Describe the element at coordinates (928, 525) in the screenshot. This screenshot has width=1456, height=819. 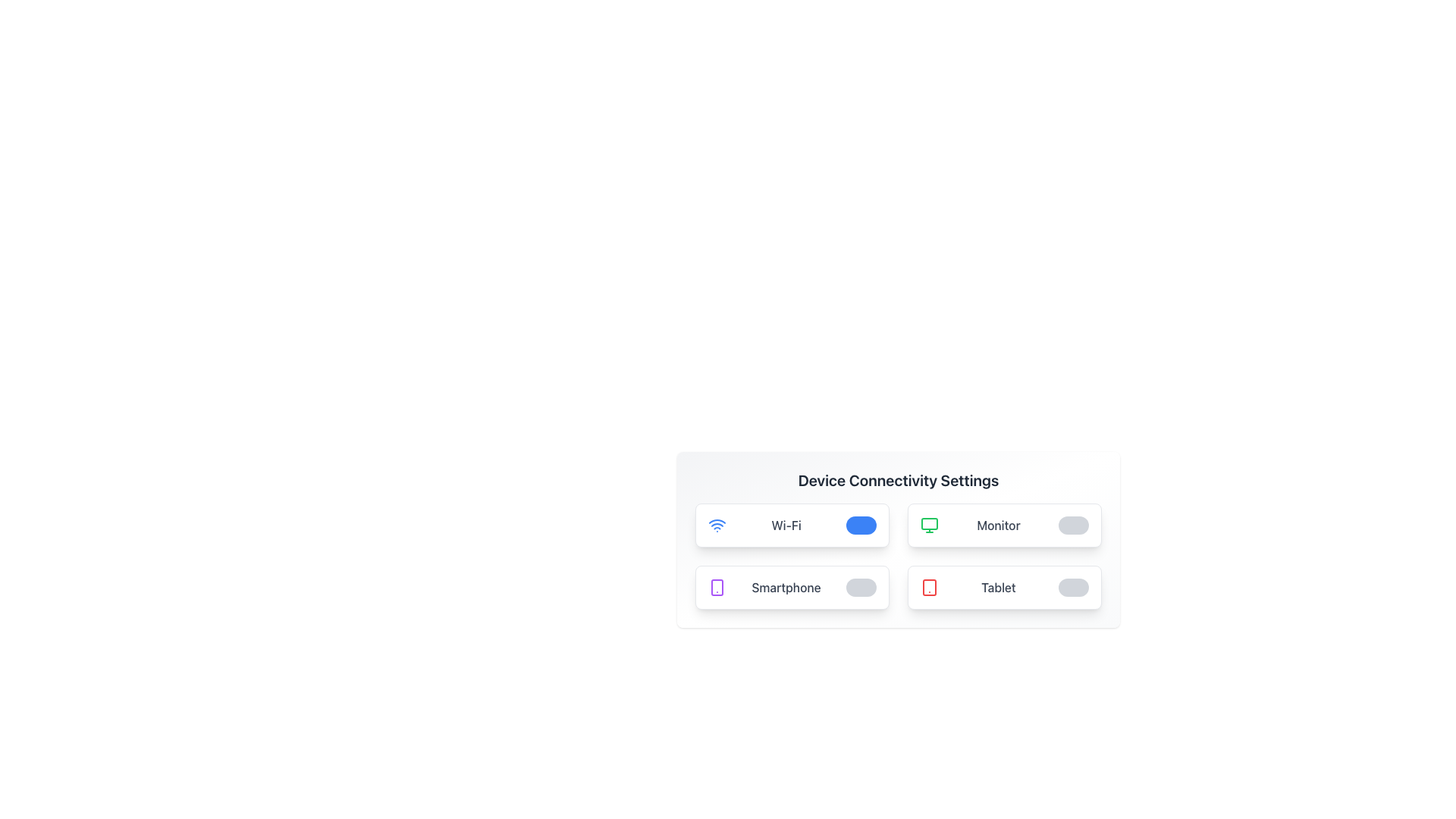
I see `the green computer monitor icon located in the 'Monitor' section of the Device Connectivity Settings interface` at that location.